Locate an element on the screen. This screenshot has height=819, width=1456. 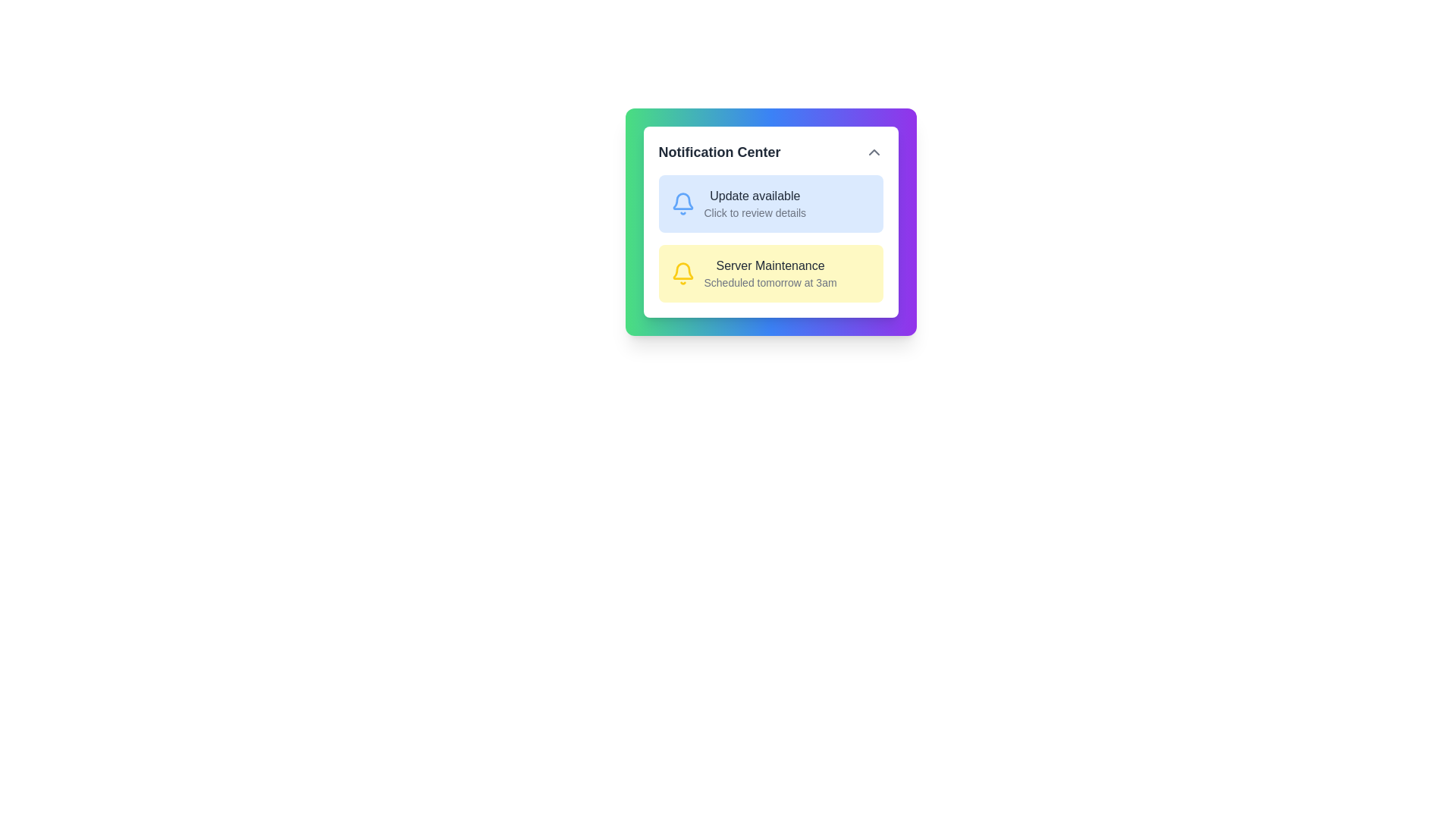
the topmost Notification Item located in the top blue section of the notification popup, positioned to the right of the blue bell icon is located at coordinates (755, 203).